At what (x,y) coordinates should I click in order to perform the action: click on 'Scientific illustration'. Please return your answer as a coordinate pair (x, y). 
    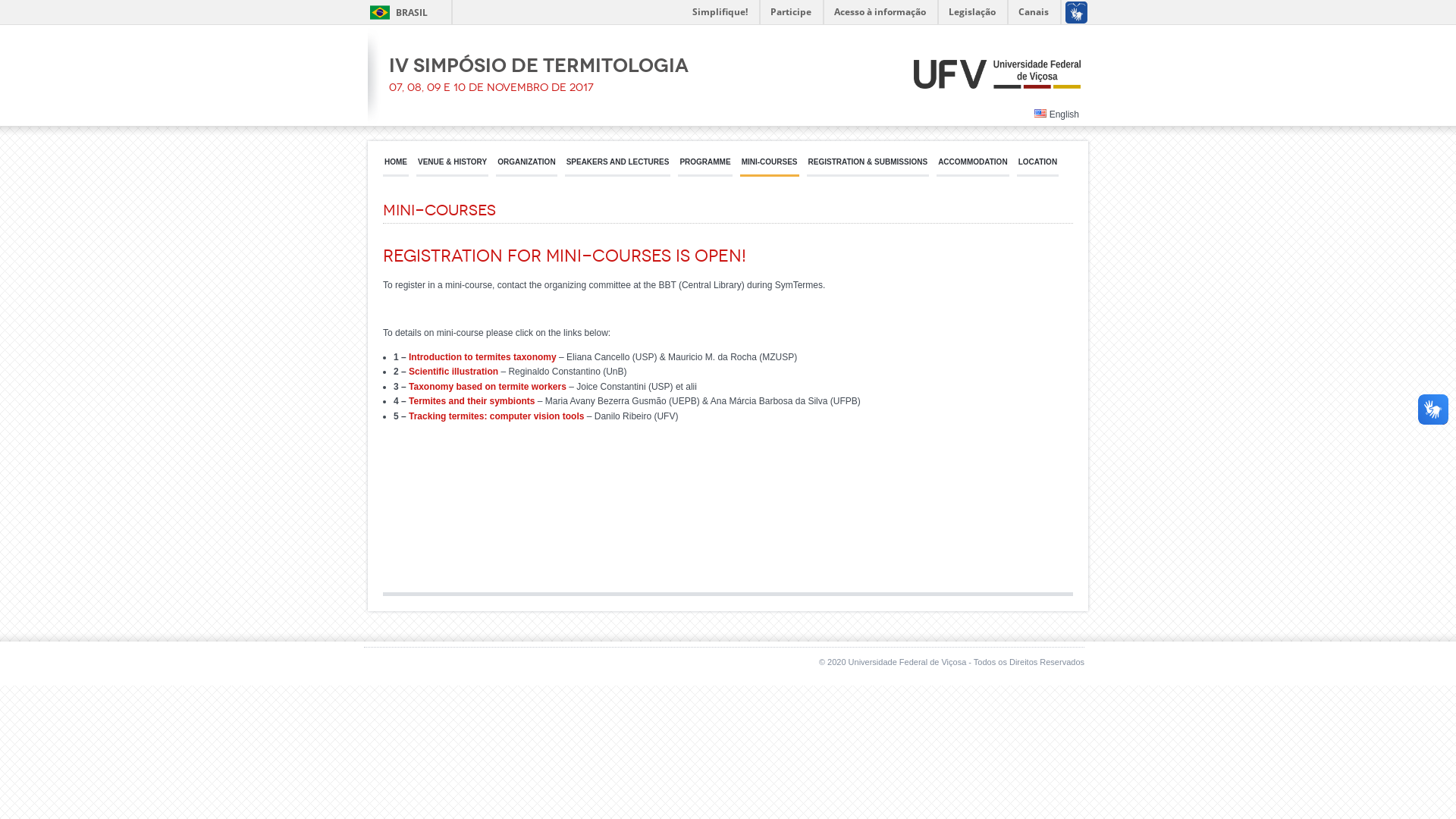
    Looking at the image, I should click on (453, 371).